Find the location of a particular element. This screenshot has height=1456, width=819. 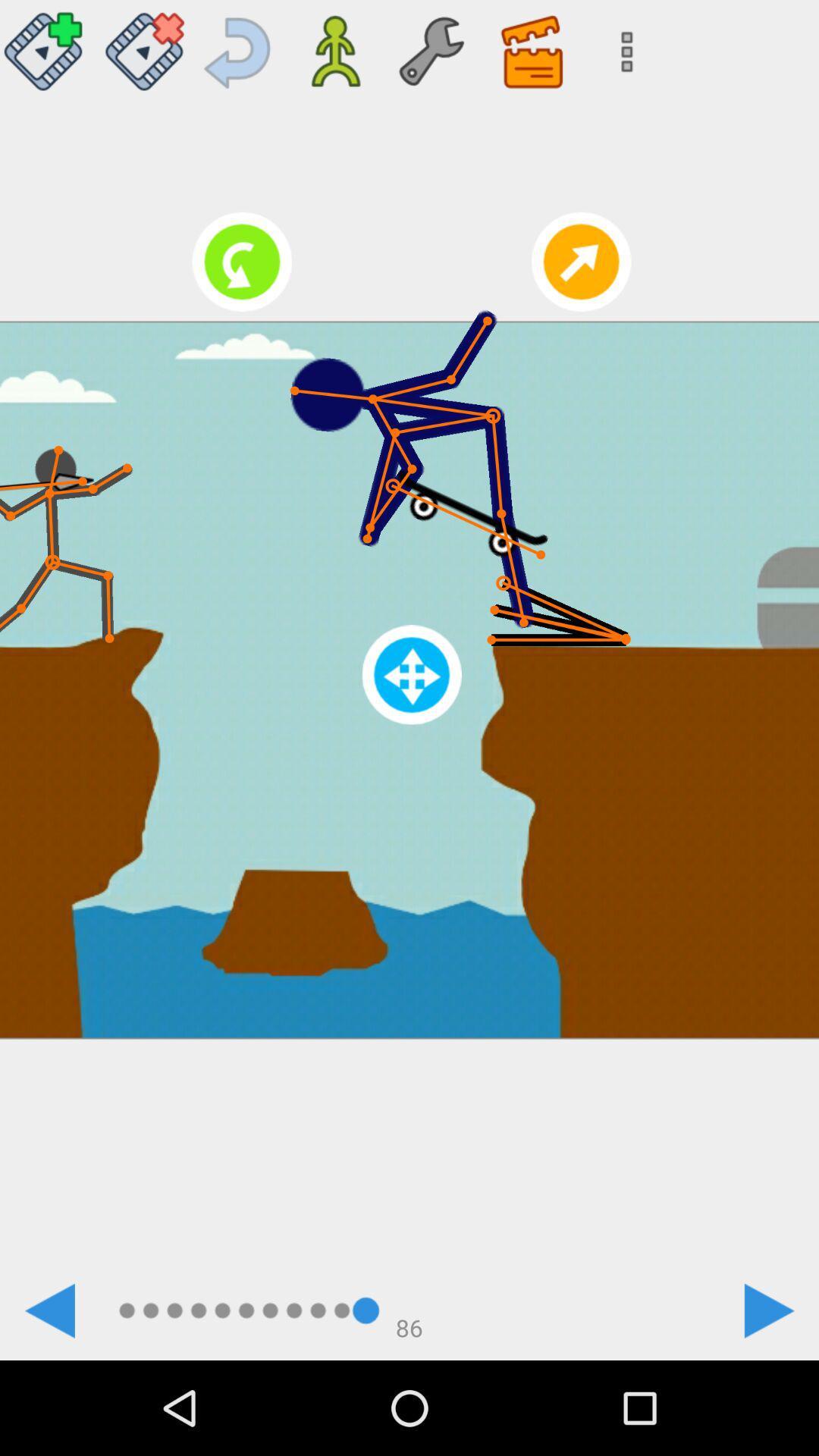

open tools is located at coordinates (431, 45).